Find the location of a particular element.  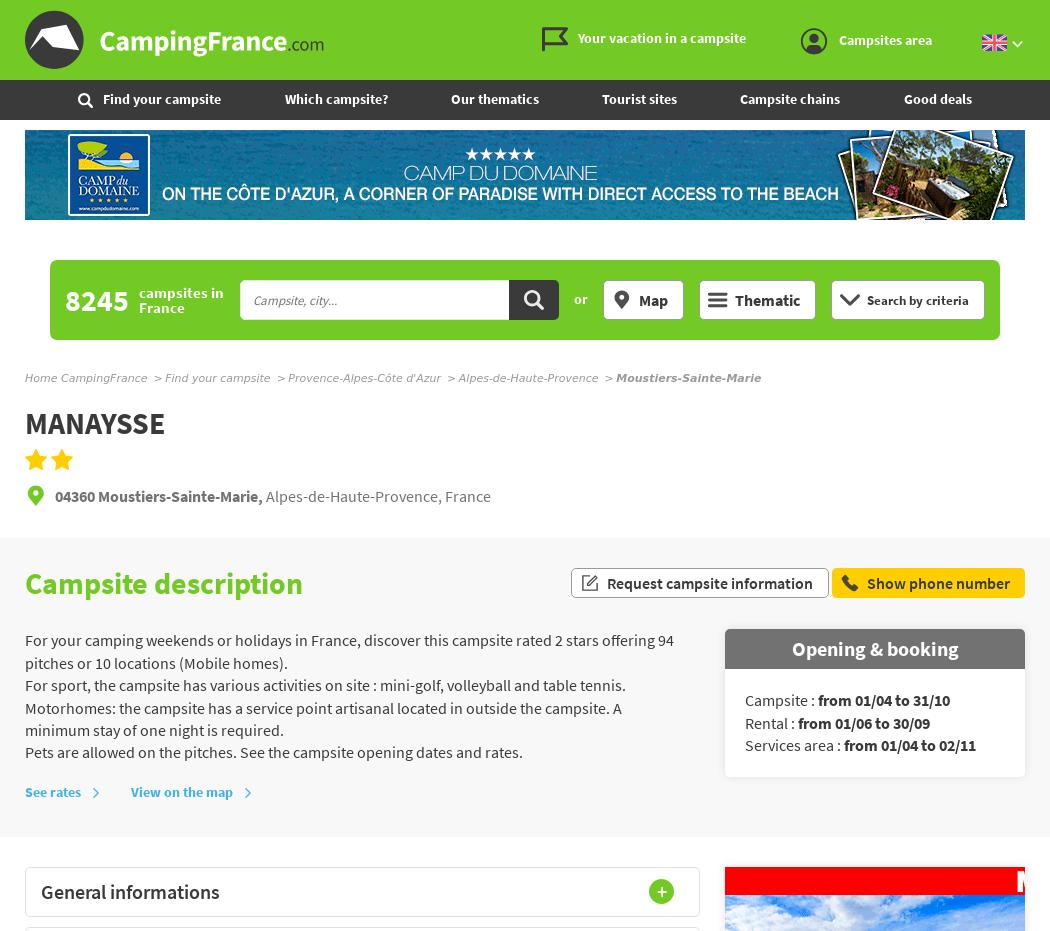

'Campsite chains' is located at coordinates (789, 98).